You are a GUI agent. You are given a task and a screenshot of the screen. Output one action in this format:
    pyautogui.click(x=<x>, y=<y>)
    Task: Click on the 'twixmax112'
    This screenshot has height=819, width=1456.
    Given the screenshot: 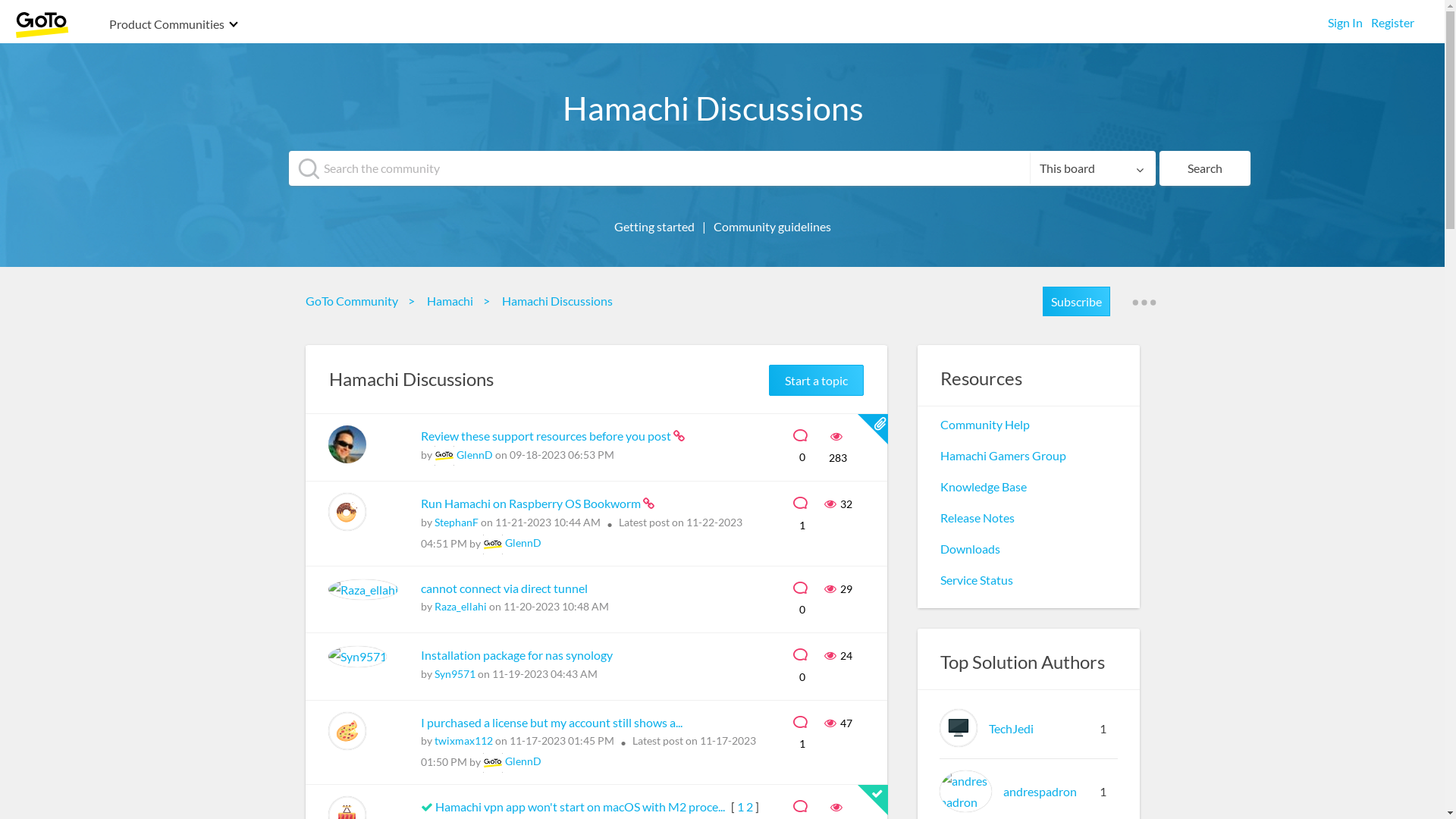 What is the action you would take?
    pyautogui.click(x=462, y=739)
    